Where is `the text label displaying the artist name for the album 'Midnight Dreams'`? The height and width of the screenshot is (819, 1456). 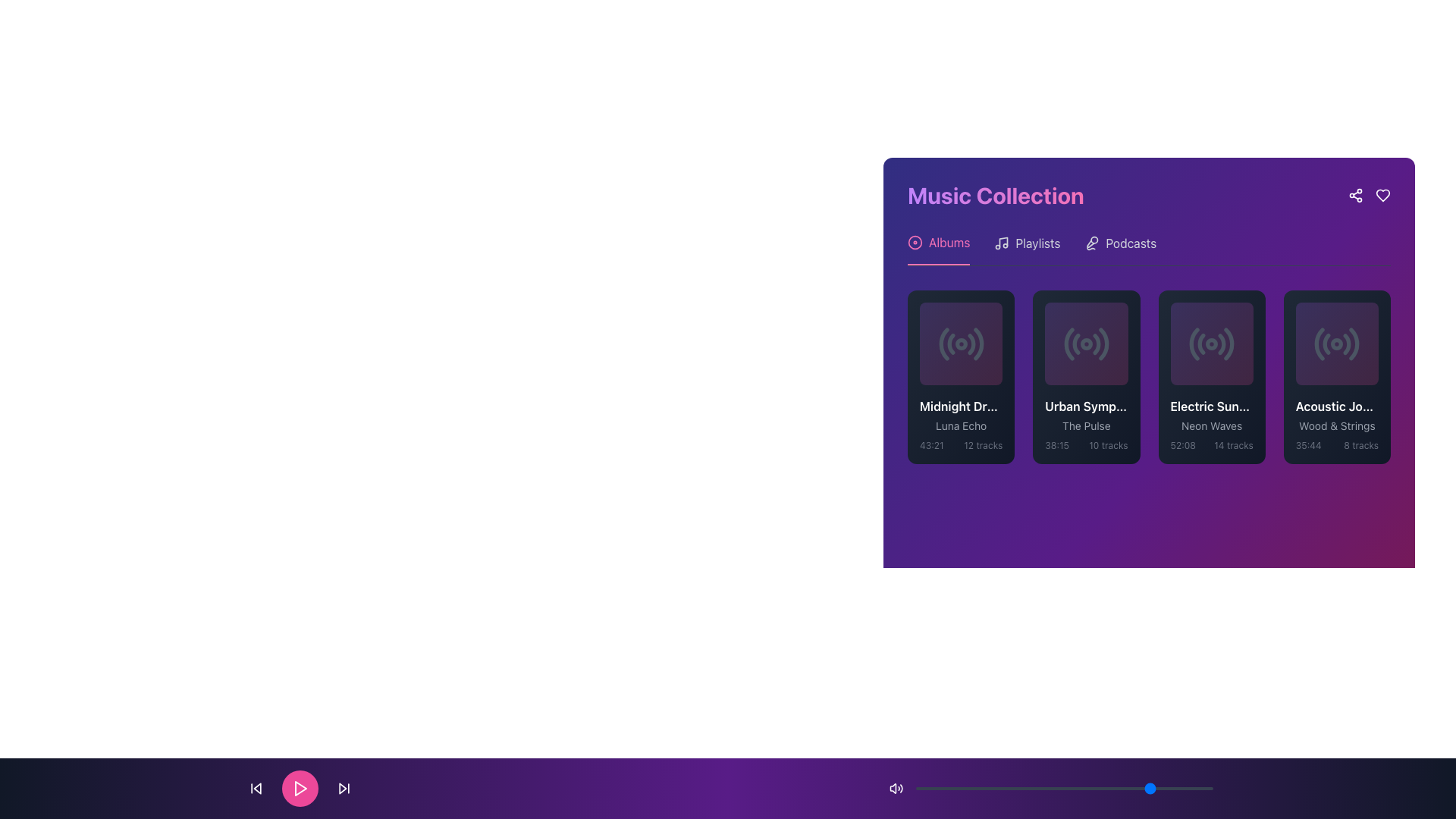 the text label displaying the artist name for the album 'Midnight Dreams' is located at coordinates (960, 426).